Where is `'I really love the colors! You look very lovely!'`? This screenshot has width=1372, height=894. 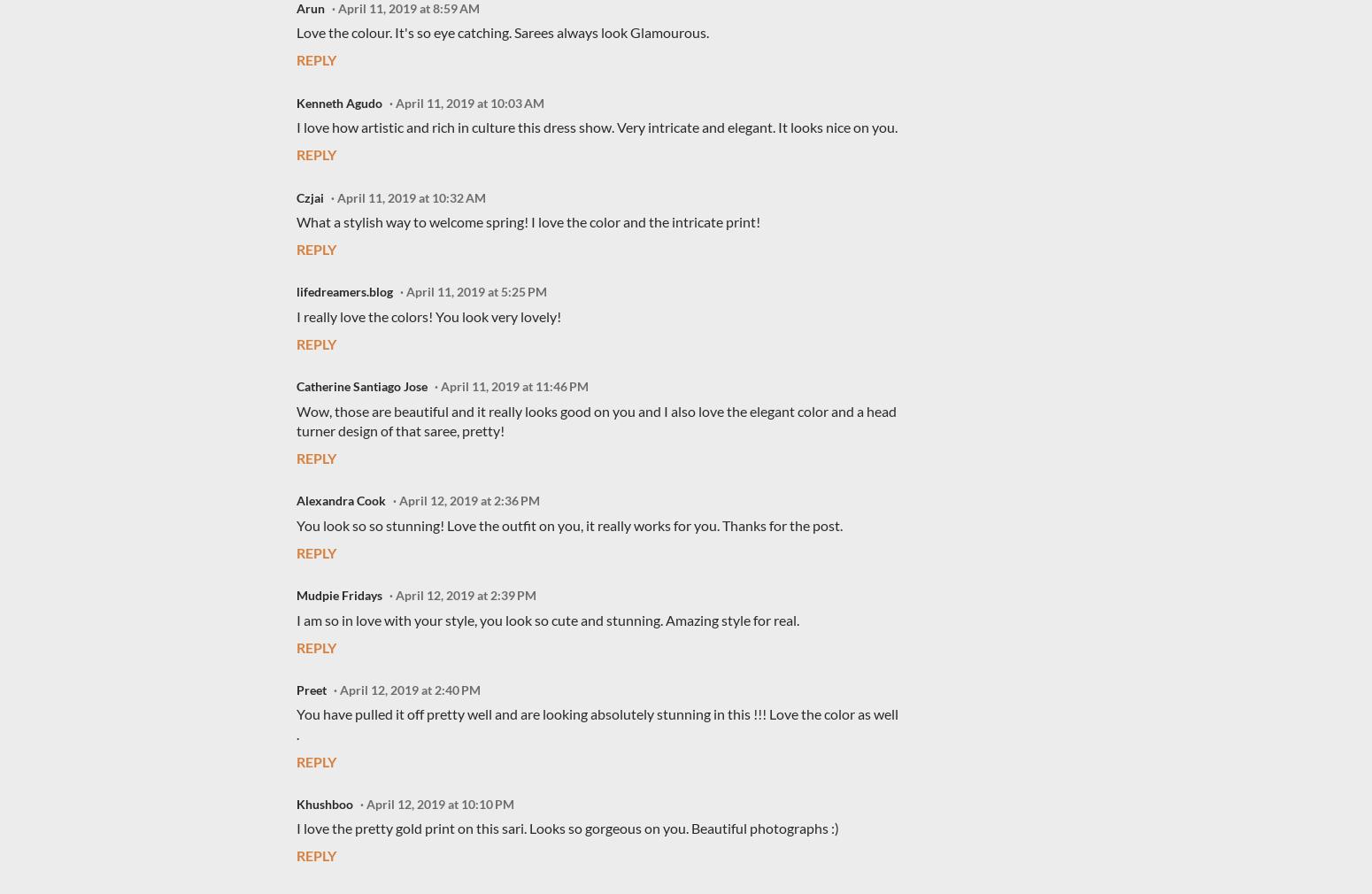 'I really love the colors! You look very lovely!' is located at coordinates (295, 315).